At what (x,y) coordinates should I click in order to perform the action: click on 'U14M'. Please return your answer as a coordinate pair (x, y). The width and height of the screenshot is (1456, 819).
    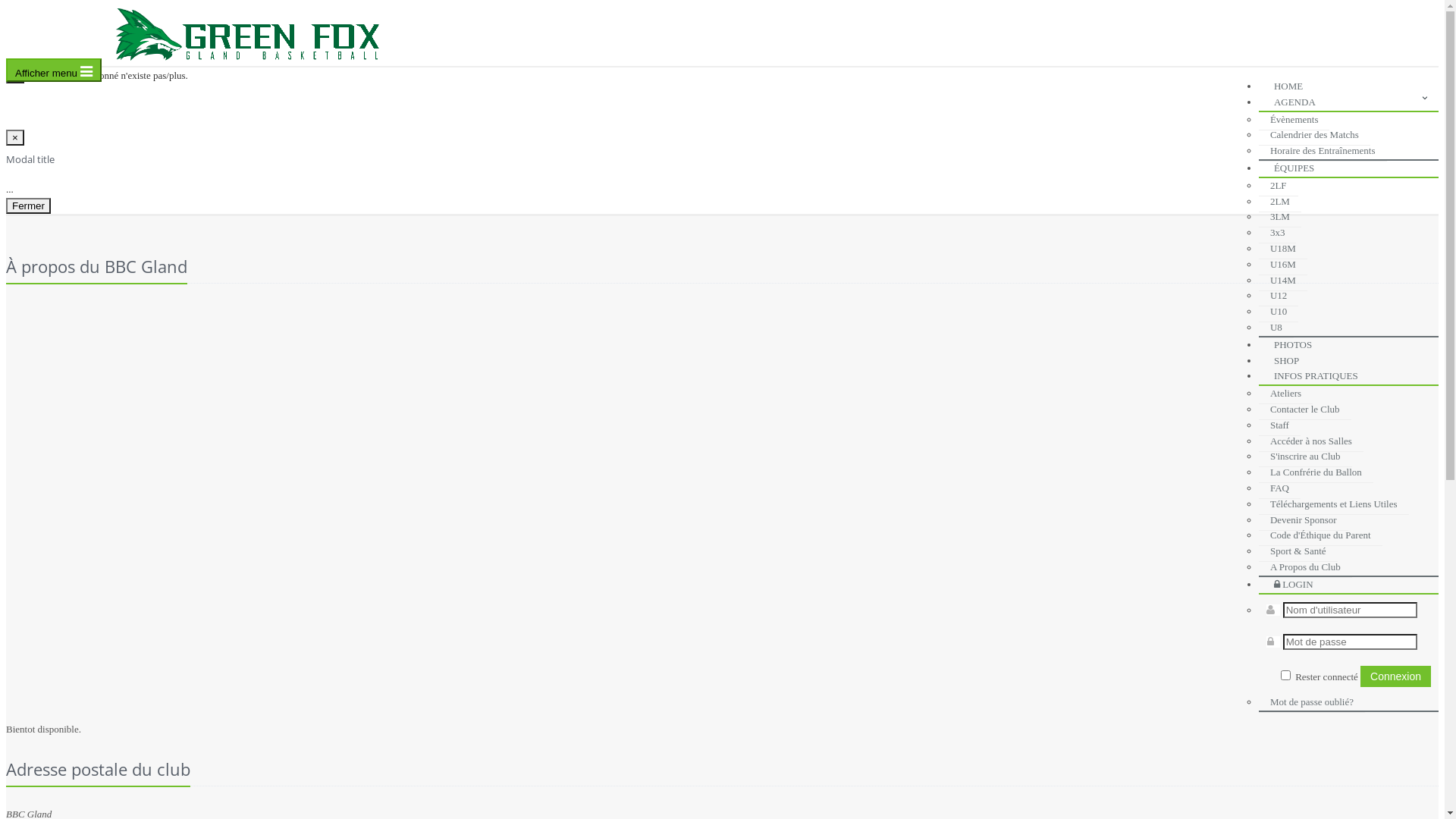
    Looking at the image, I should click on (1282, 281).